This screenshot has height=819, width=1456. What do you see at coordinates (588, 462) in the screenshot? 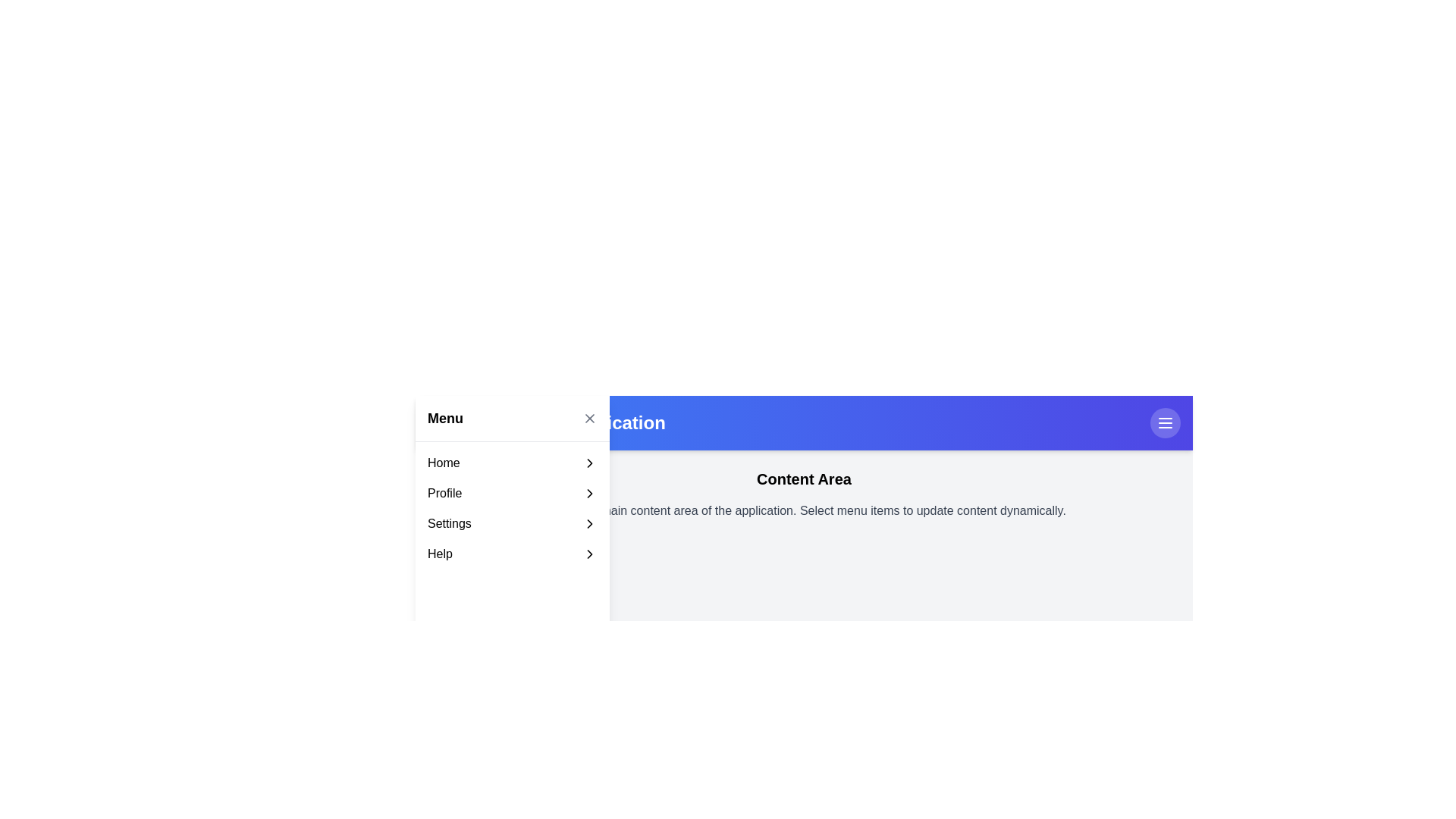
I see `the right-facing chevron arrow icon which is a minimalist design with a black outline, located to the right of the 'Home' text label` at bounding box center [588, 462].